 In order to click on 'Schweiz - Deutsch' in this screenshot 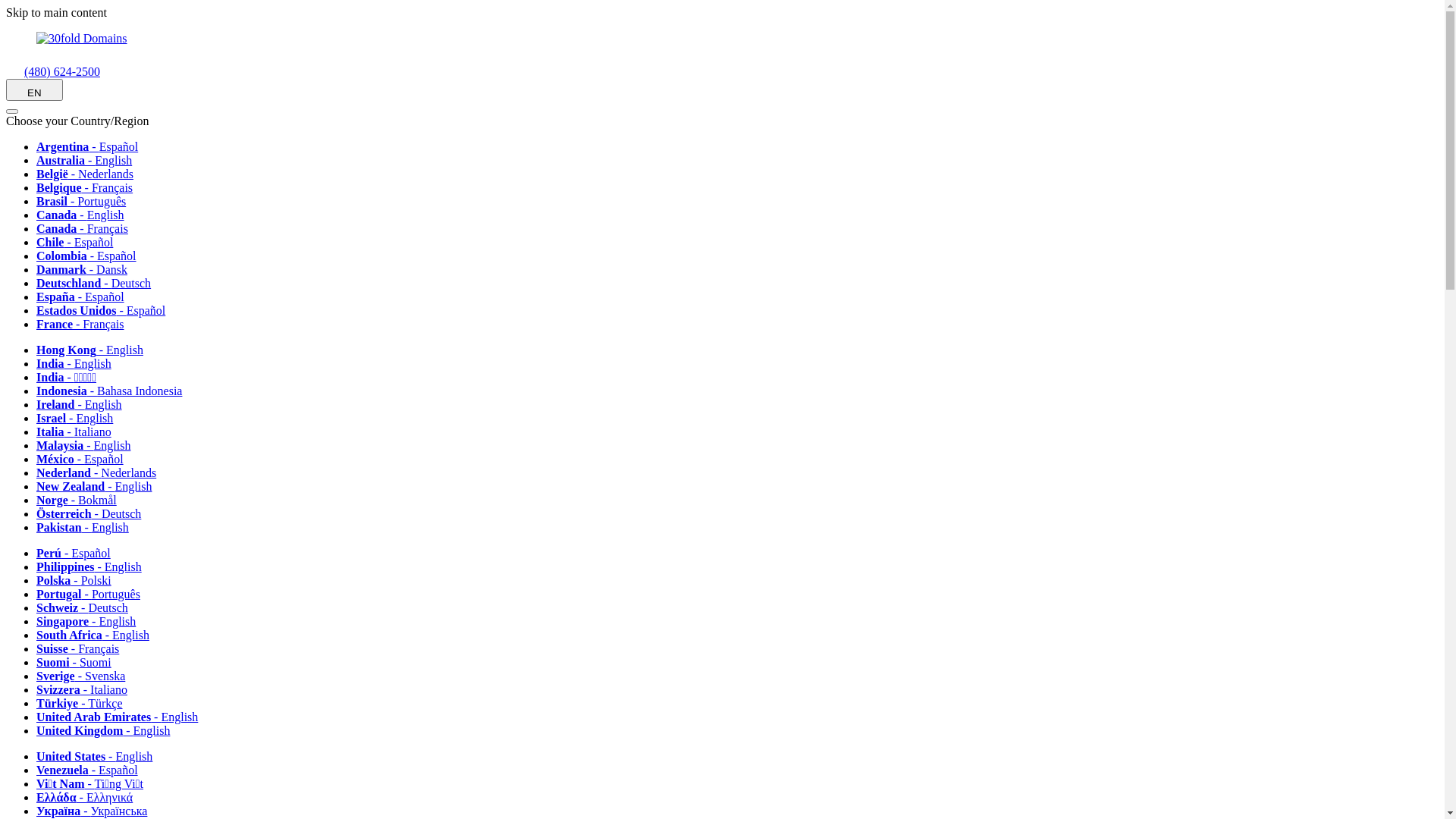, I will do `click(86, 607)`.